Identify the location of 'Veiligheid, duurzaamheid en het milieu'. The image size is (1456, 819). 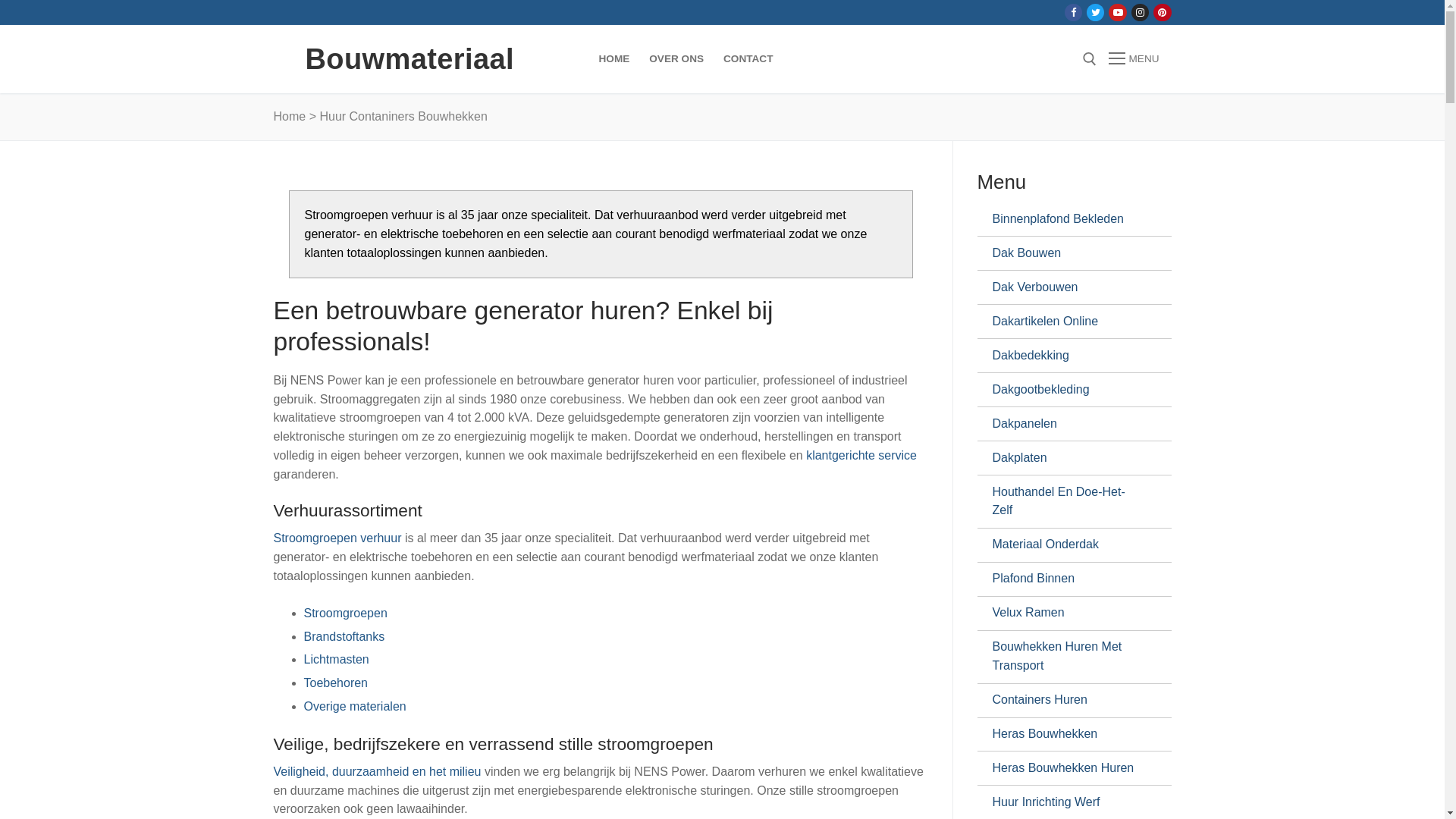
(378, 771).